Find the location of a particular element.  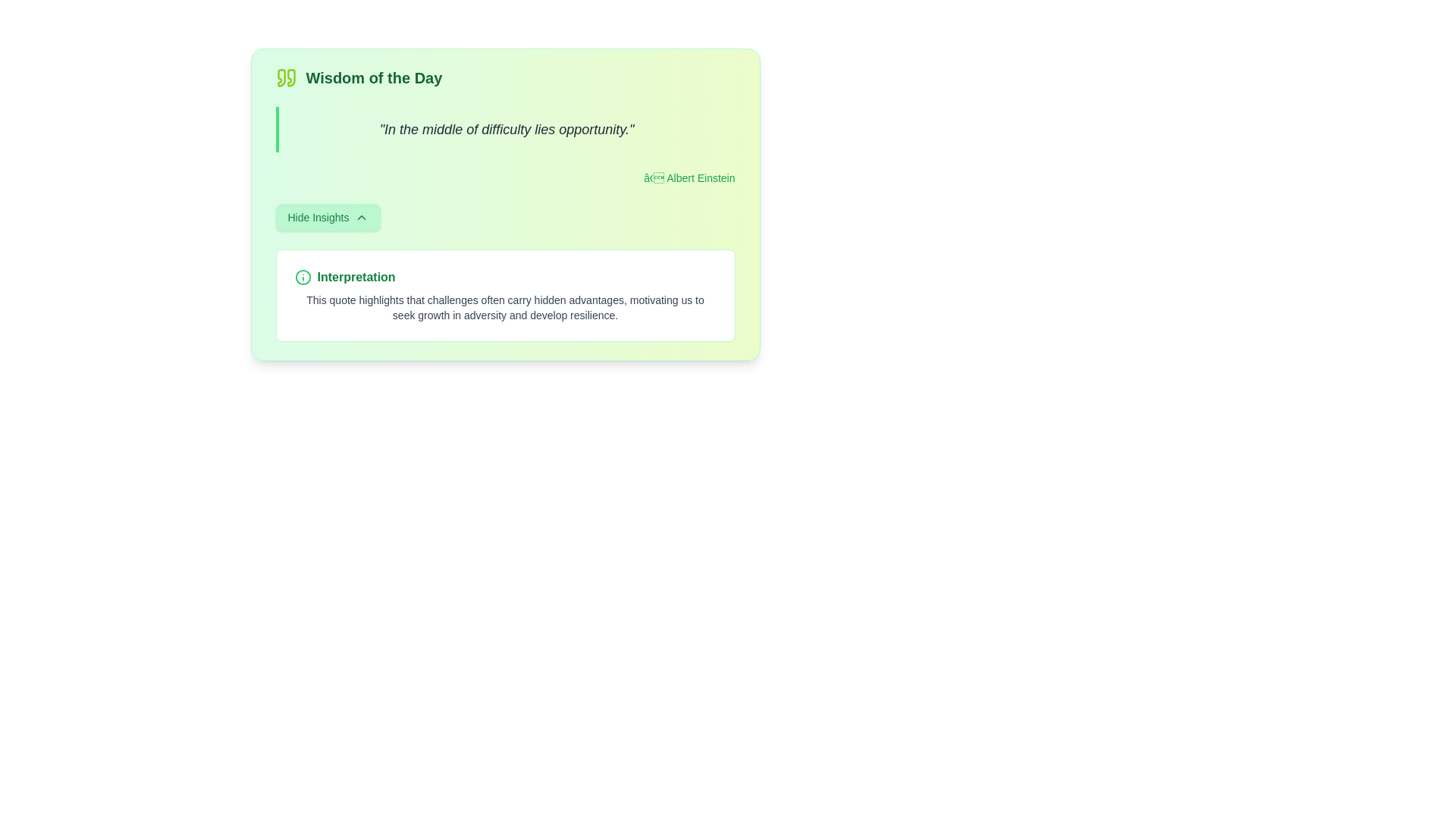

the chevron-up icon styled with a thin green stroke, located to the right of the 'Hide Insights' text within the green button is located at coordinates (361, 217).